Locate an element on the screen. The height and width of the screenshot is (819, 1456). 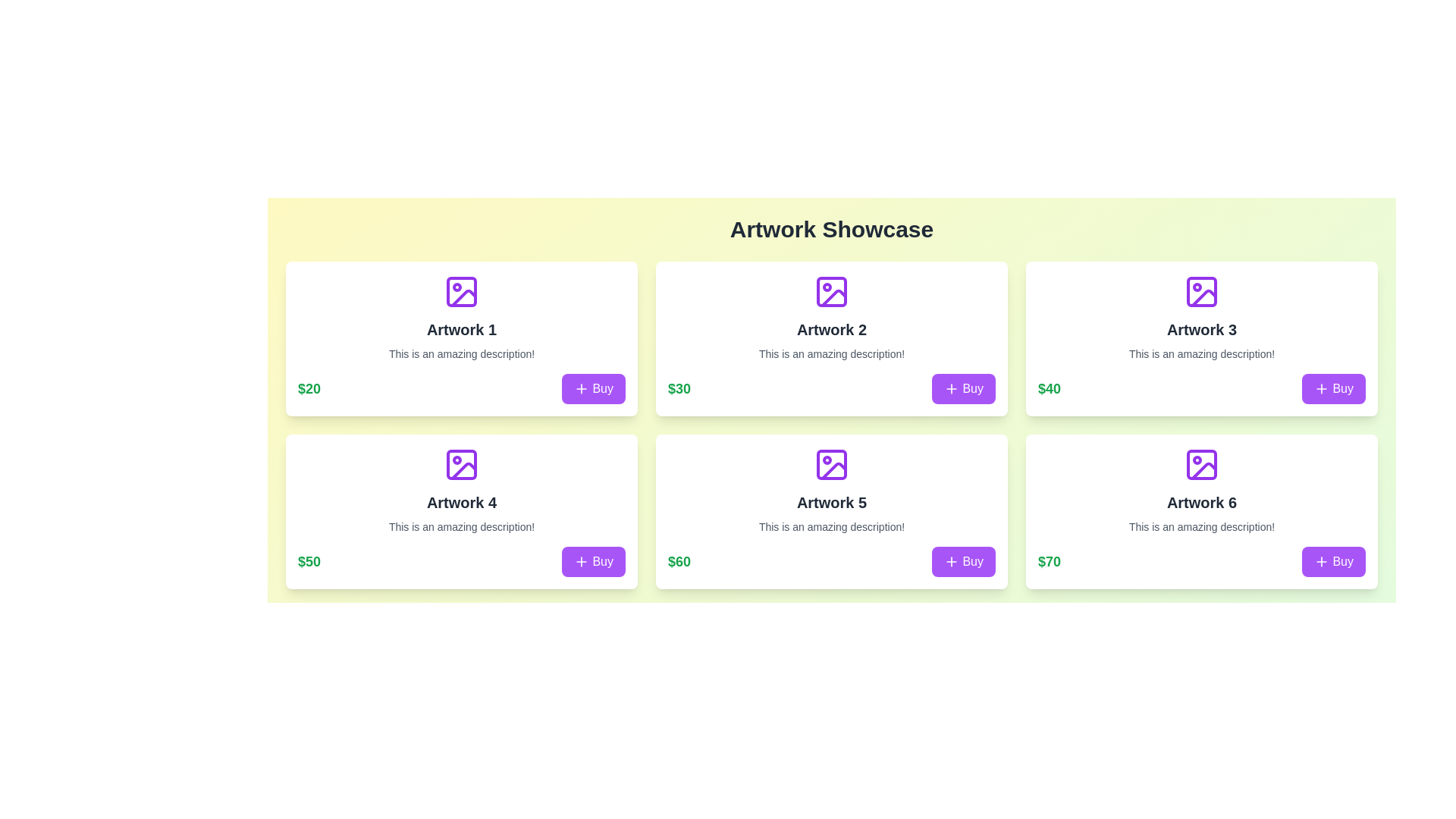
the 'Buy' button label for 'Artwork 2' is located at coordinates (973, 388).